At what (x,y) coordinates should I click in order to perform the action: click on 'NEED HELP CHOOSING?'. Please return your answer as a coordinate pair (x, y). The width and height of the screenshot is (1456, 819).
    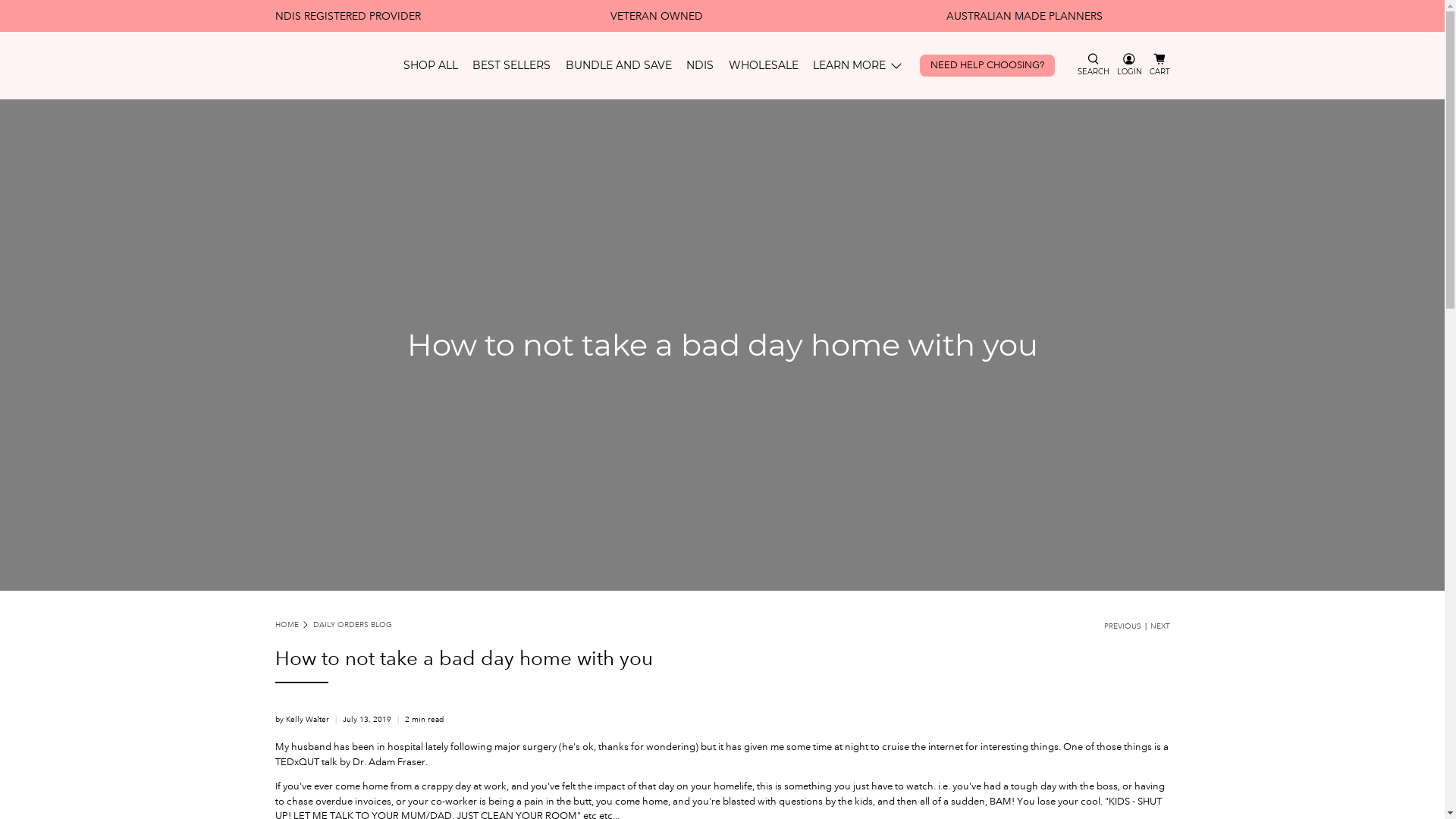
    Looking at the image, I should click on (912, 64).